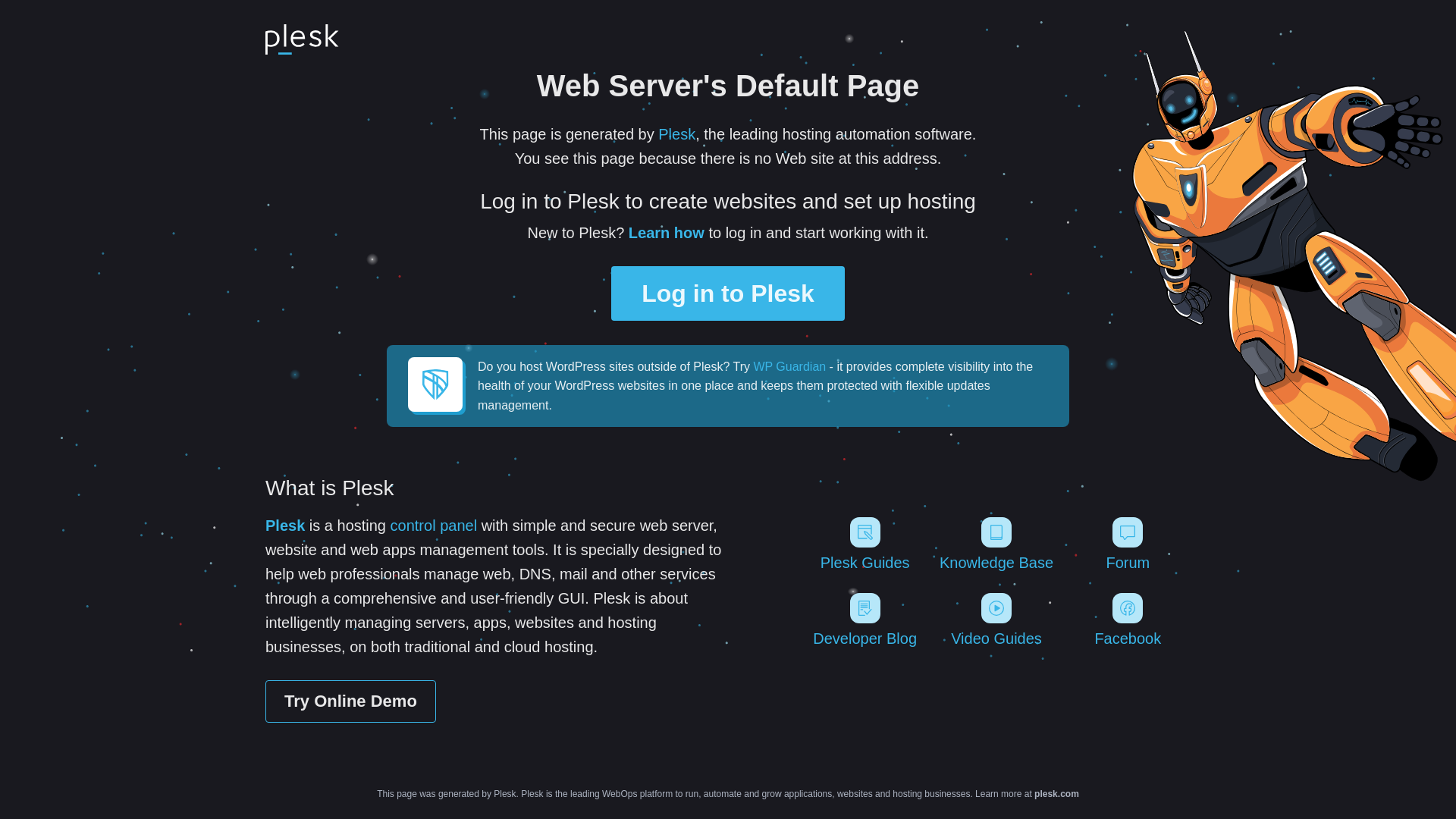  I want to click on 'Log in to Plesk', so click(728, 293).